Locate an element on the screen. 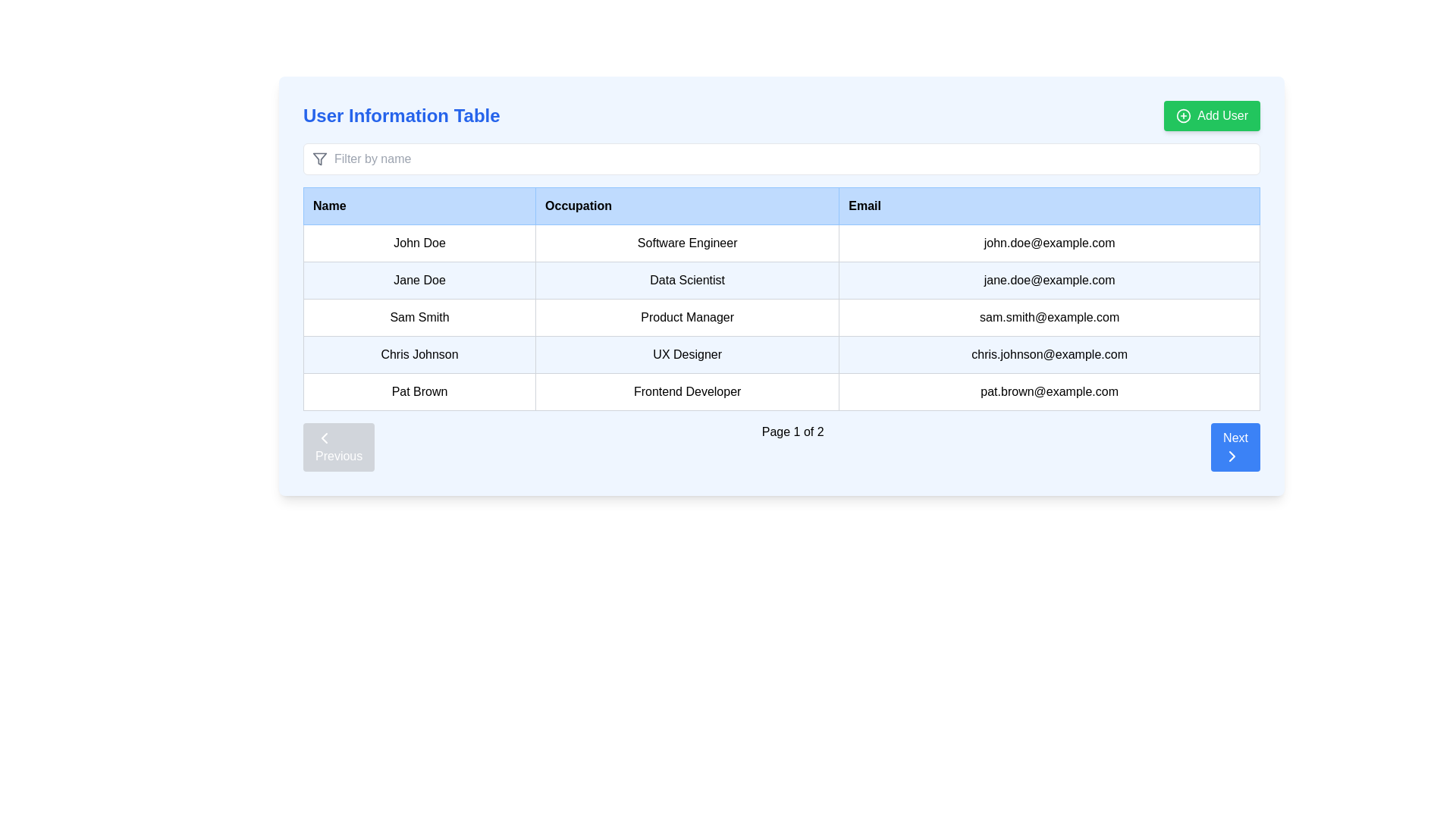  email address 'john.doe@example.com' displayed in the text cell located in the third column under the 'Email' header, corresponding to the row for 'John Doe' is located at coordinates (1049, 242).